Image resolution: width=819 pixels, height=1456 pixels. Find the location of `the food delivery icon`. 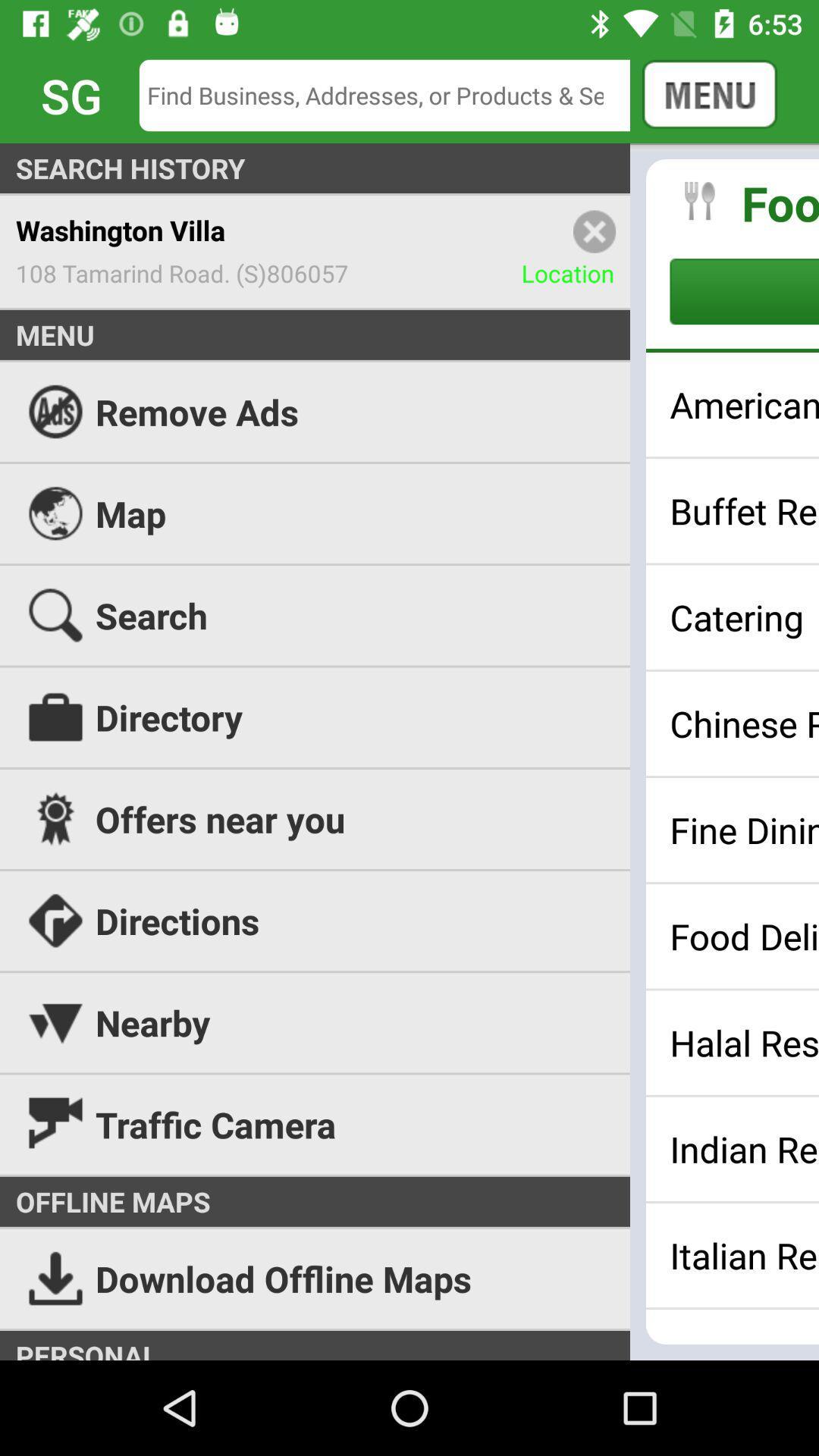

the food delivery icon is located at coordinates (743, 935).